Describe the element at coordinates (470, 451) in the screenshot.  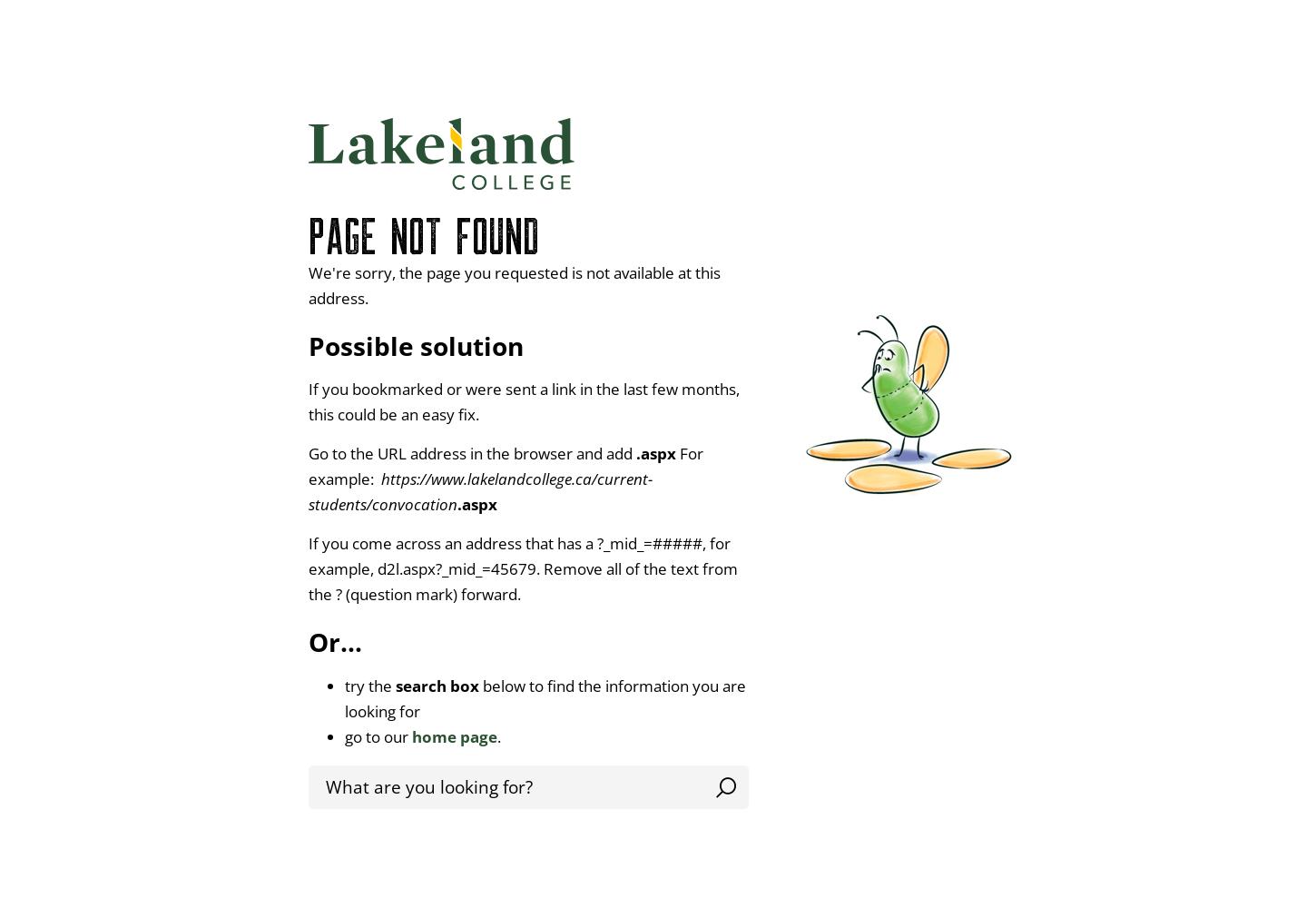
I see `'Go to the URL address in the browser and add'` at that location.